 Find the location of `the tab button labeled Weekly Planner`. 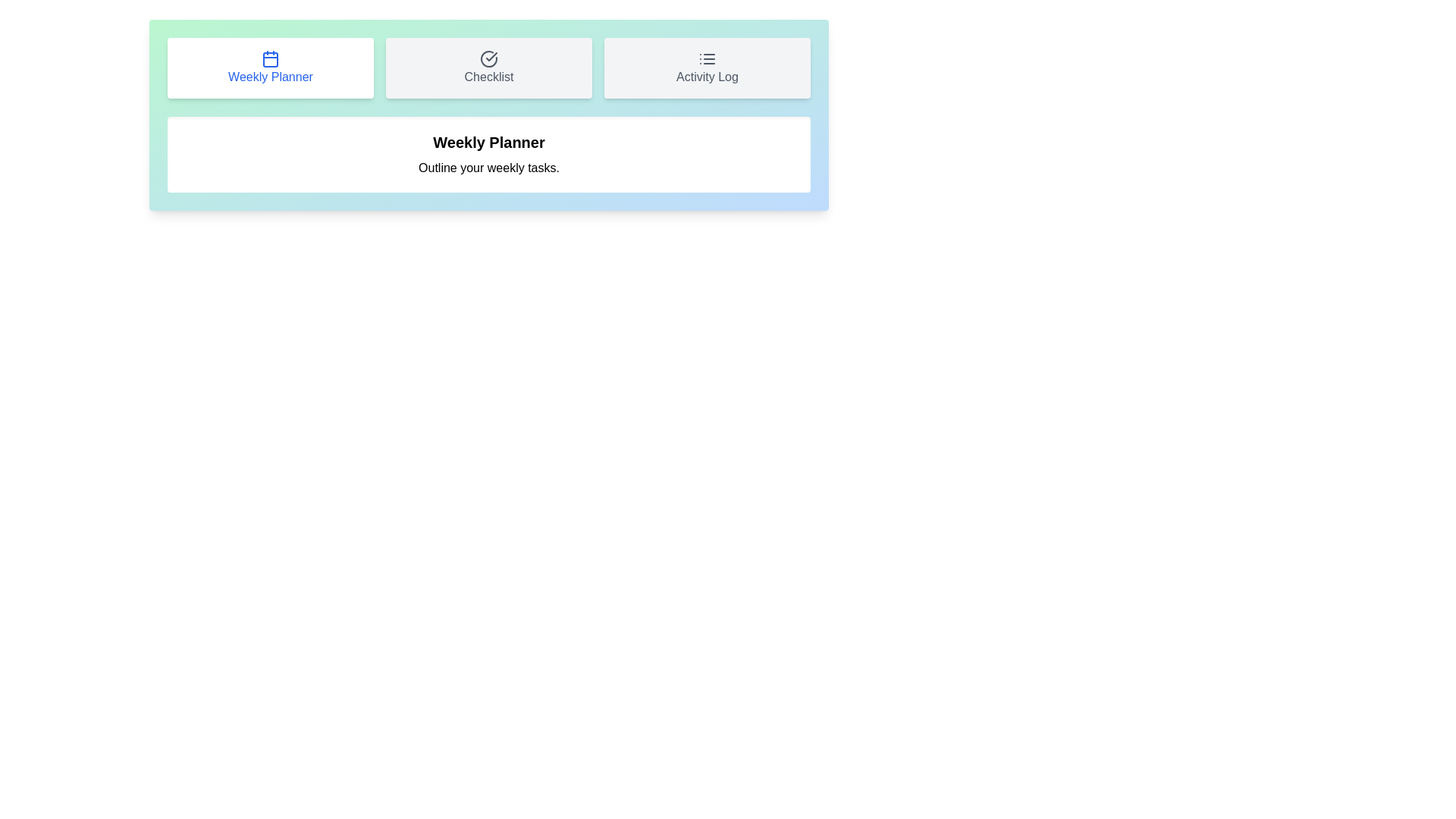

the tab button labeled Weekly Planner is located at coordinates (270, 67).